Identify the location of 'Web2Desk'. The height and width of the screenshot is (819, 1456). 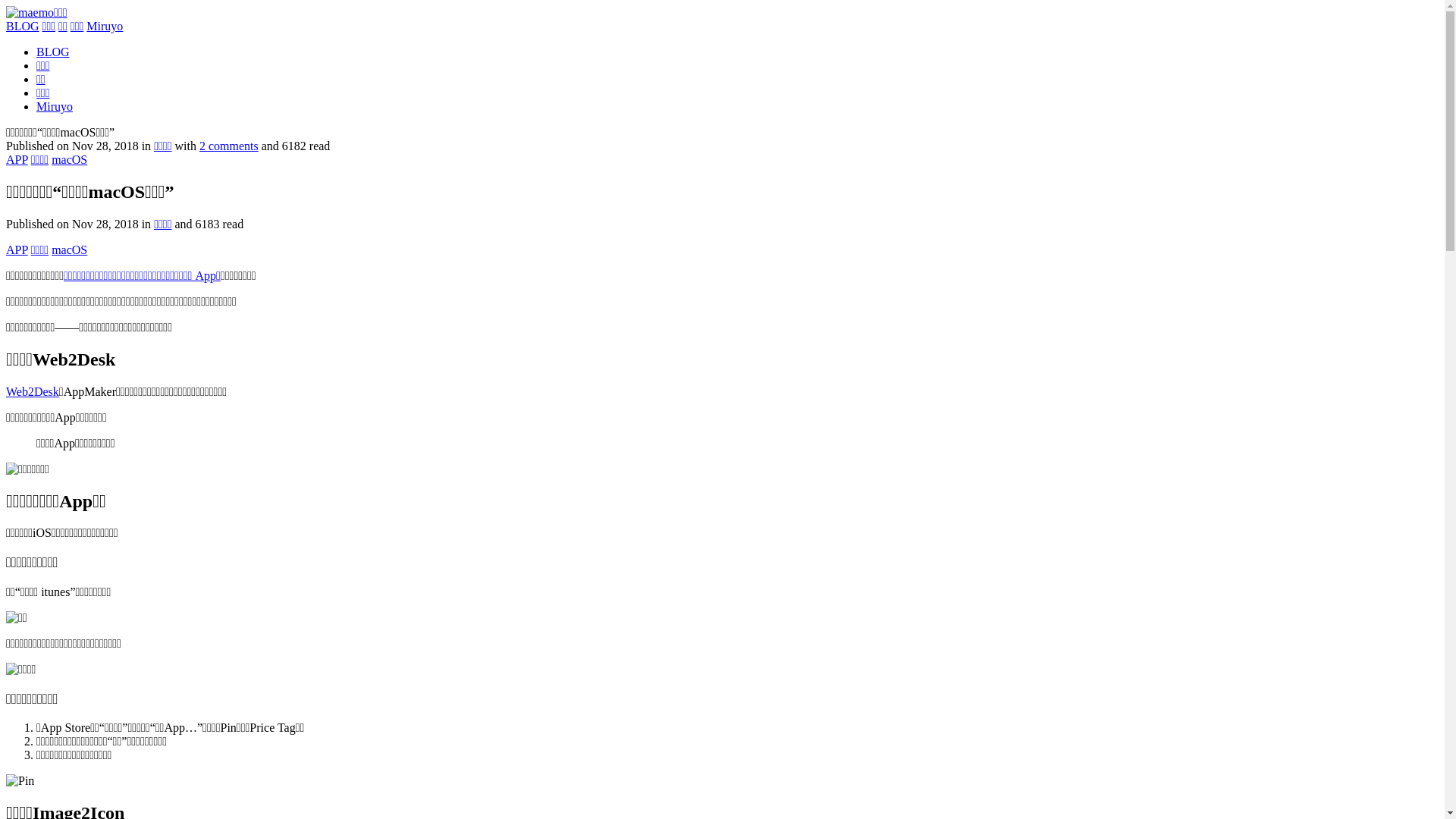
(33, 391).